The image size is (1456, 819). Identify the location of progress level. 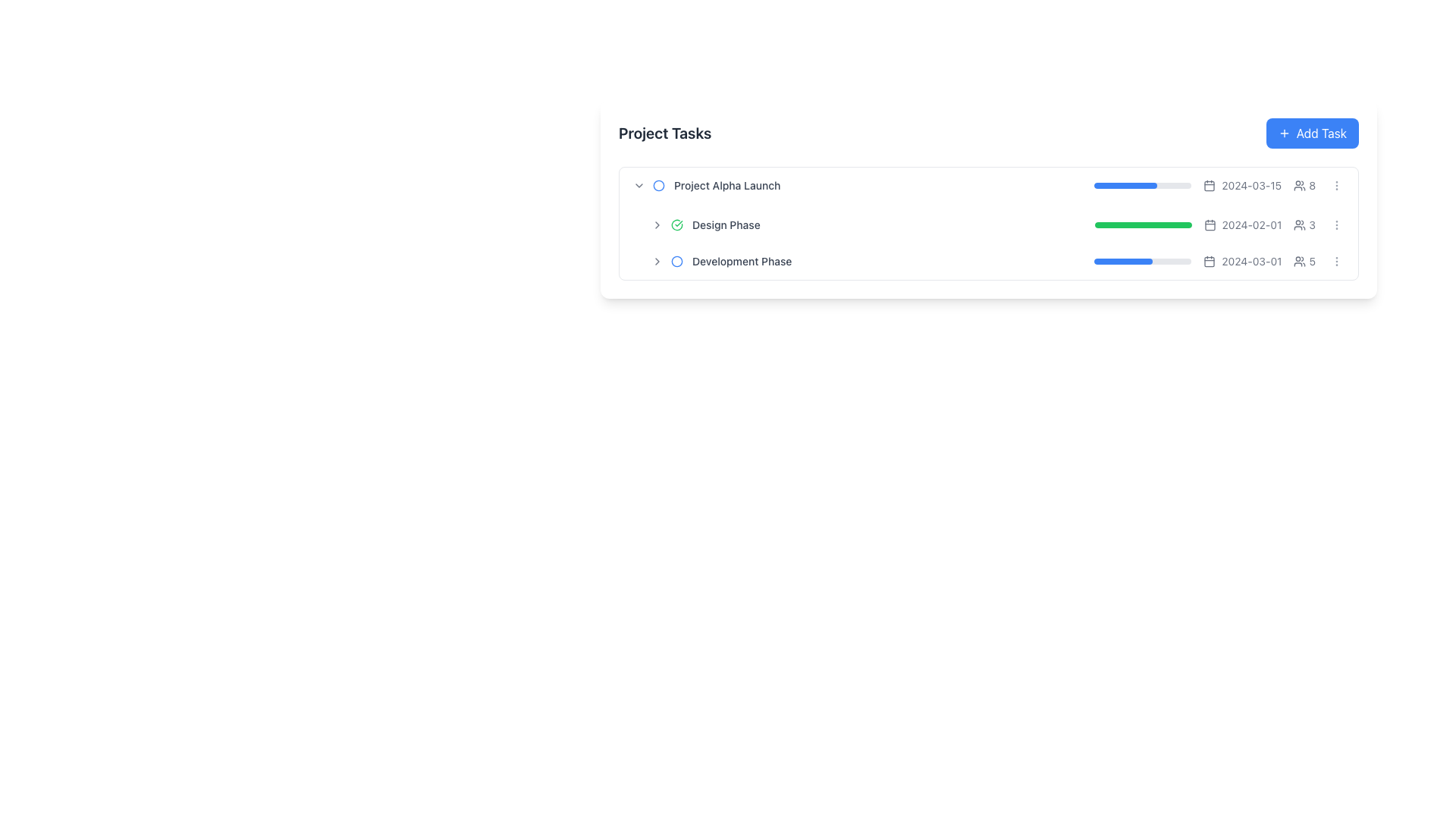
(1129, 225).